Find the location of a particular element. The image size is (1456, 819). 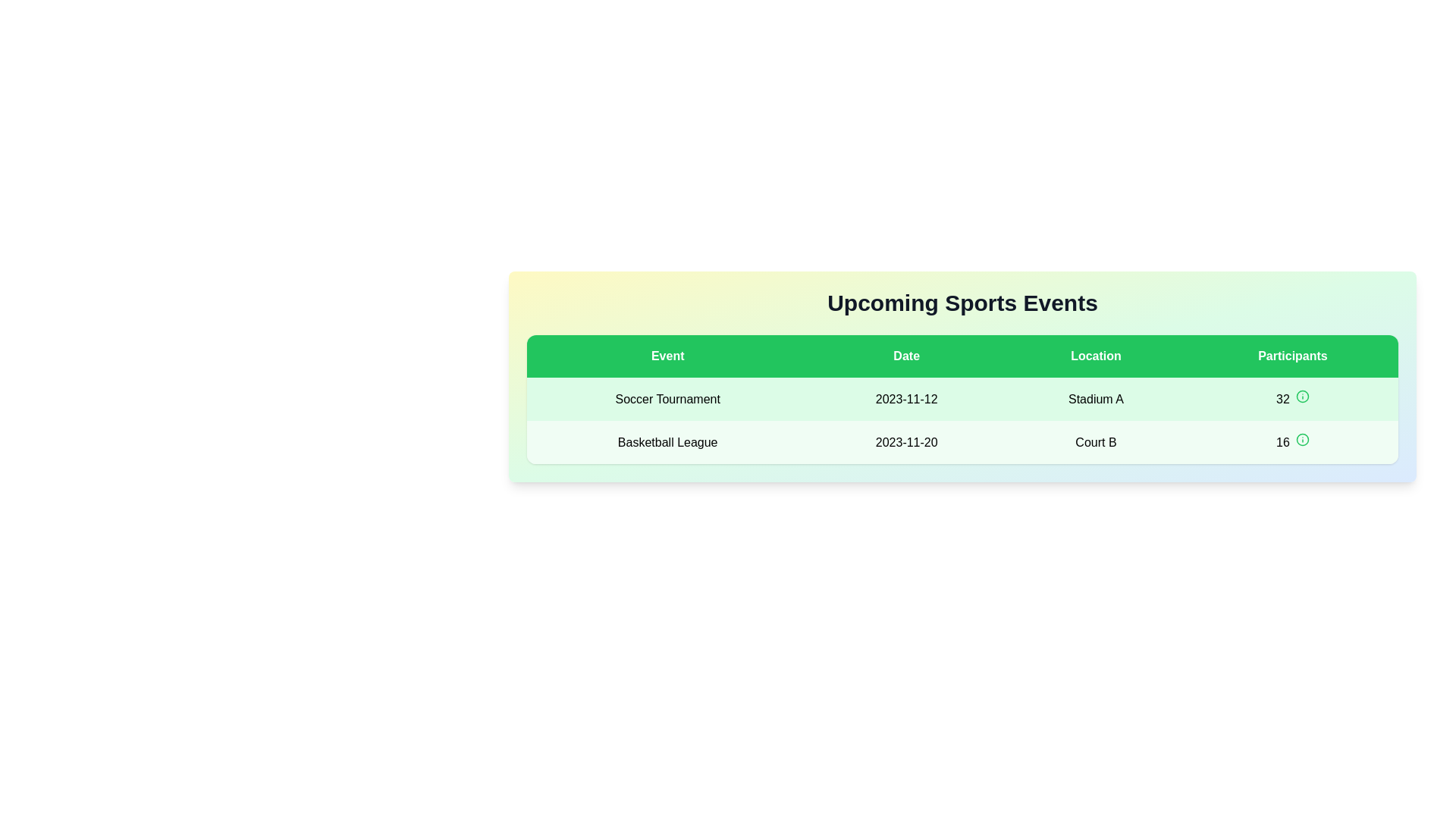

the categorical label for participants' data, which is the fourth label under 'Upcoming Sports Events', following 'Event', 'Date', and 'Location' is located at coordinates (1291, 356).